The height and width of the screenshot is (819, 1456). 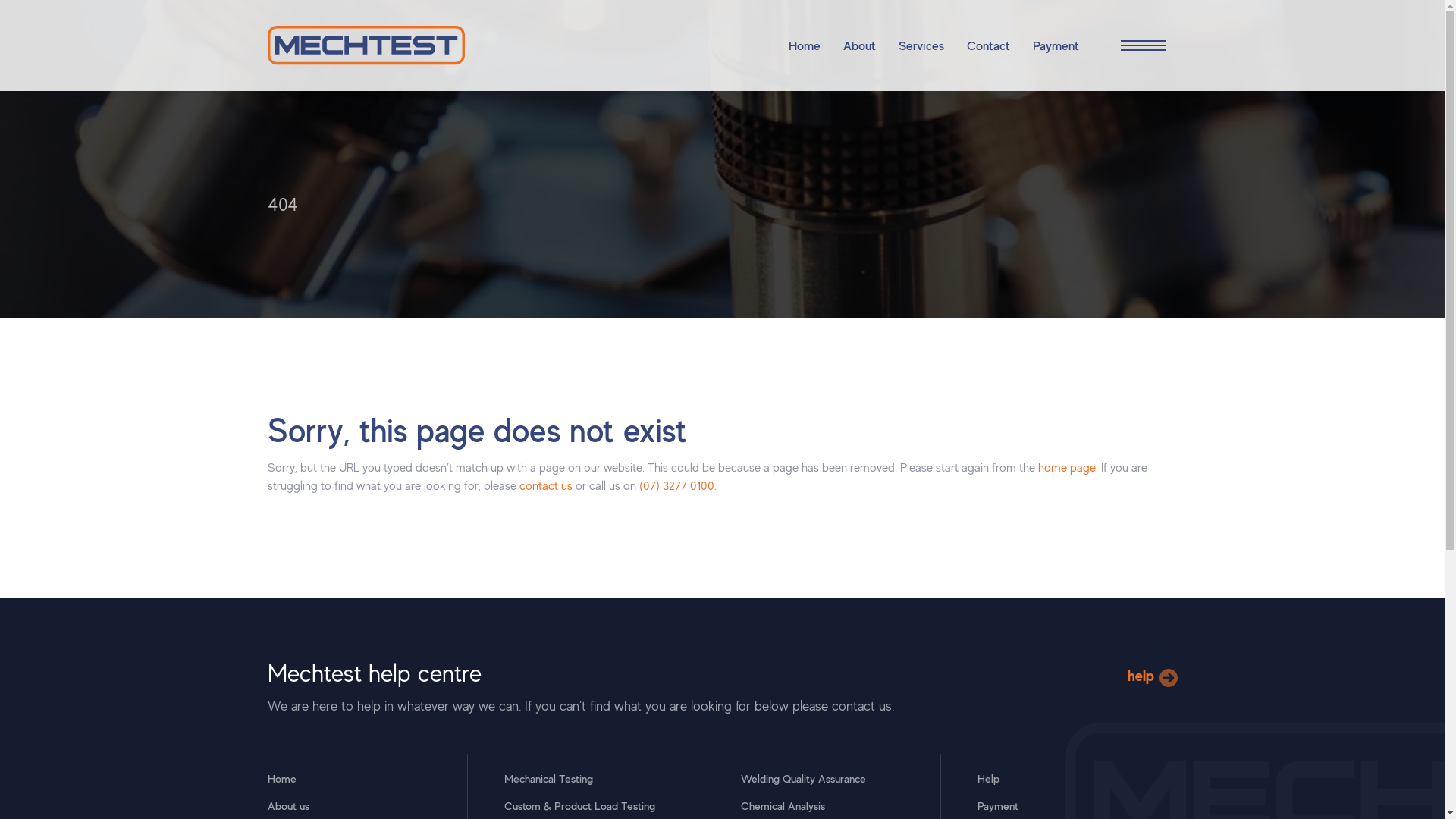 I want to click on 'contact us', so click(x=519, y=485).